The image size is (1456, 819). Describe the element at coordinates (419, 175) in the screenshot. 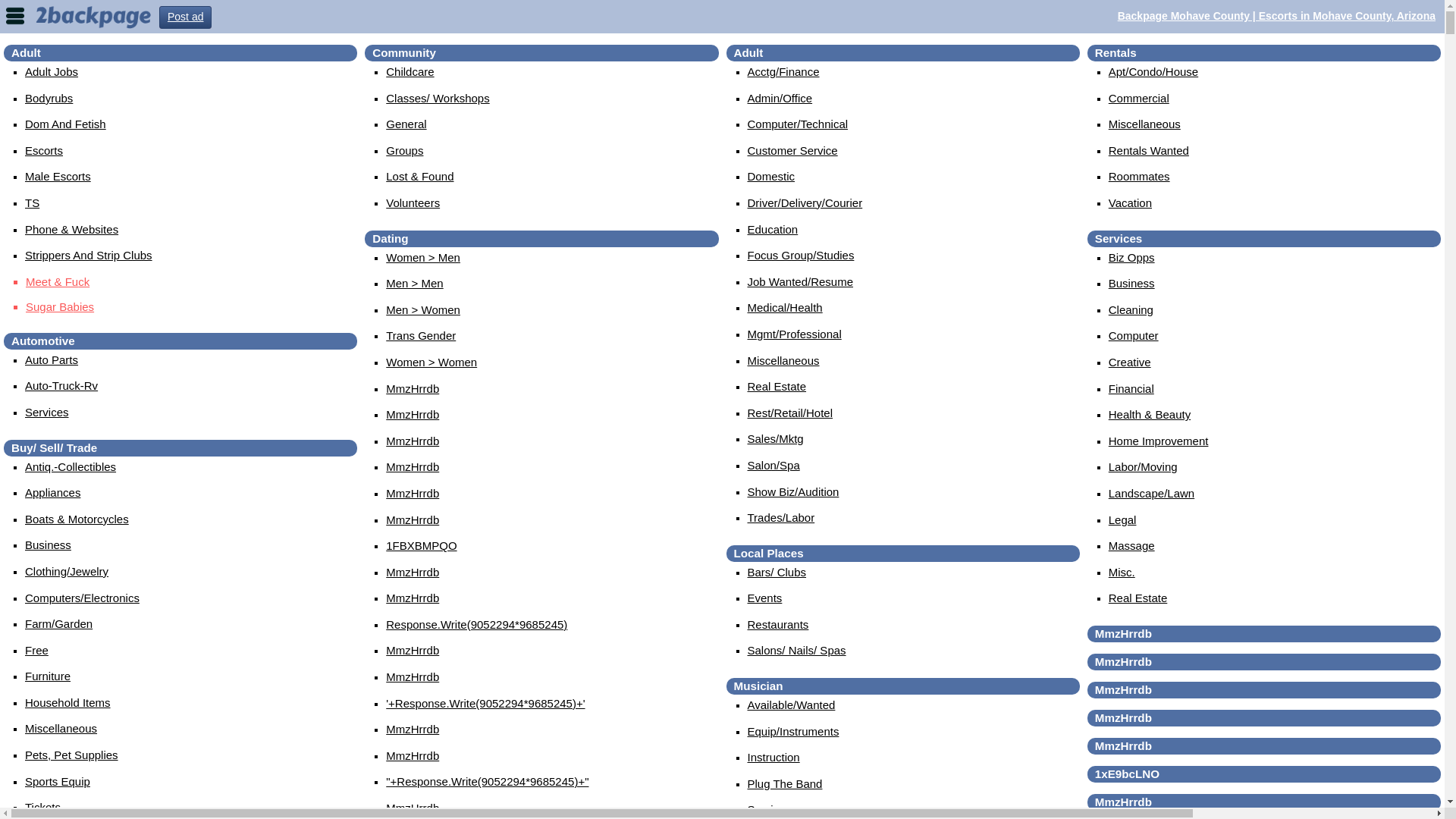

I see `'Lost & Found'` at that location.